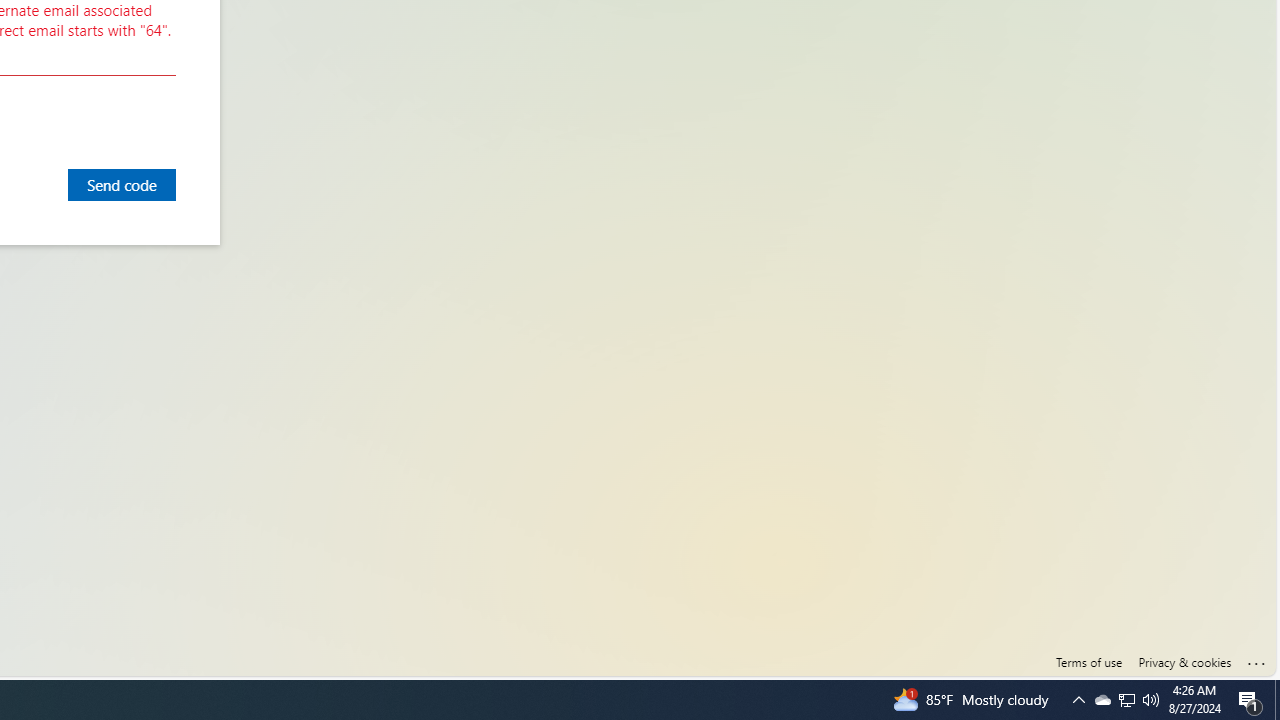 The width and height of the screenshot is (1280, 720). What do you see at coordinates (121, 184) in the screenshot?
I see `'Send code'` at bounding box center [121, 184].